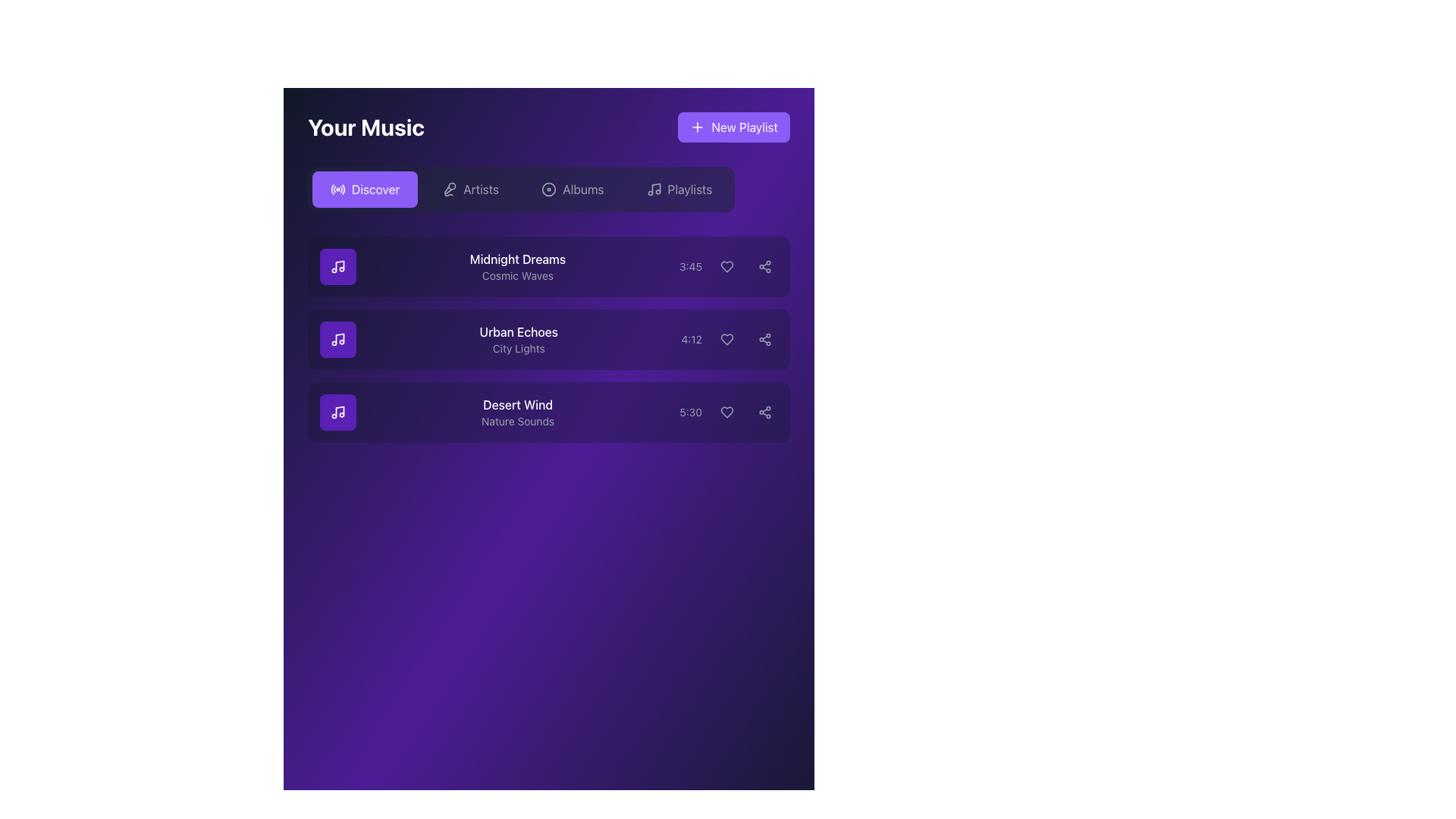 The image size is (1456, 819). I want to click on the 'Playlists' text label in the navigation bar to switch to the Playlists section of the application, so click(689, 189).